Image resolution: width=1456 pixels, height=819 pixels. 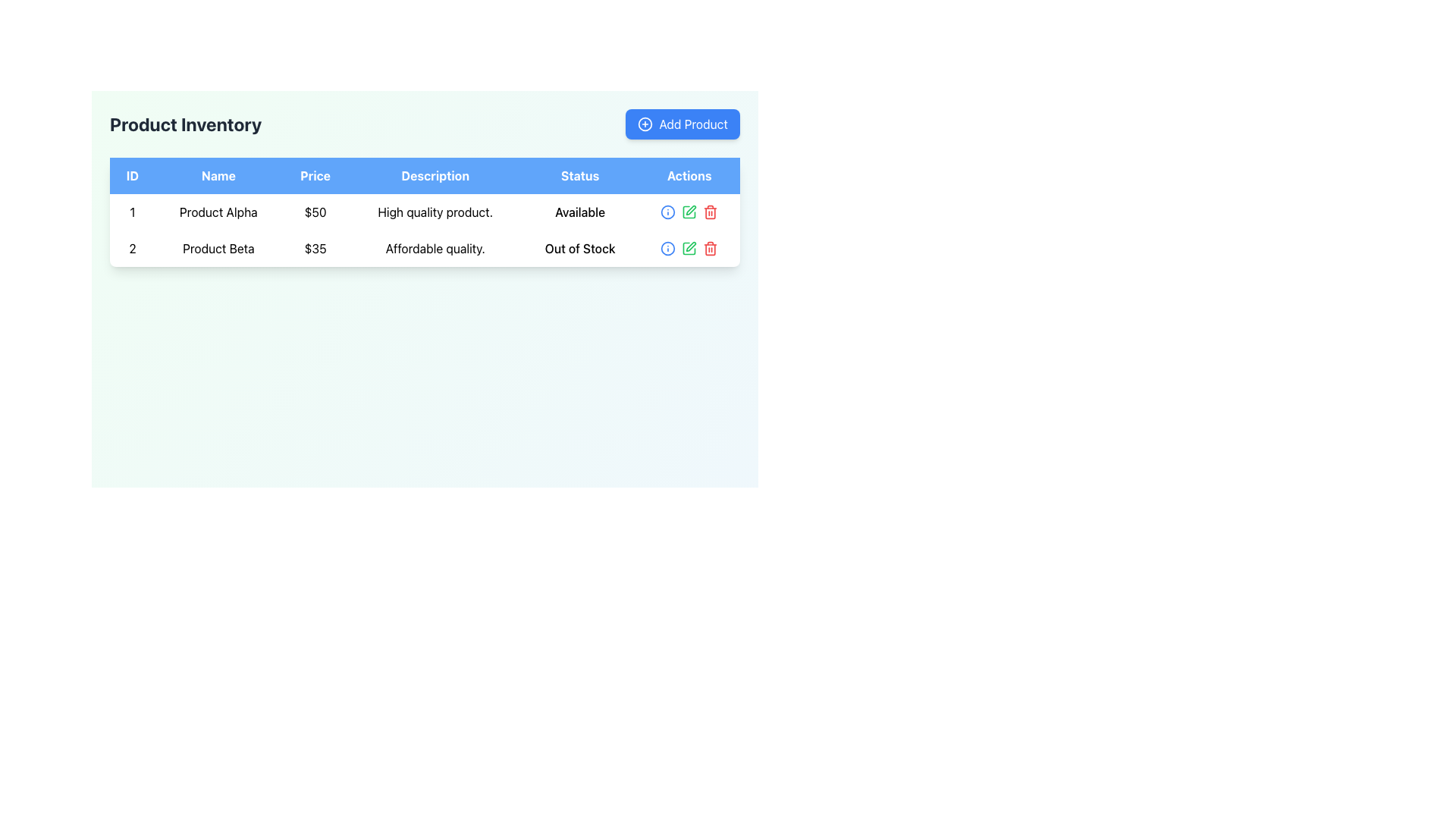 I want to click on the static text element that reads 'High quality product.' located in the fourth cell of the first row under the 'Description' column of the product inventory table, so click(x=435, y=212).